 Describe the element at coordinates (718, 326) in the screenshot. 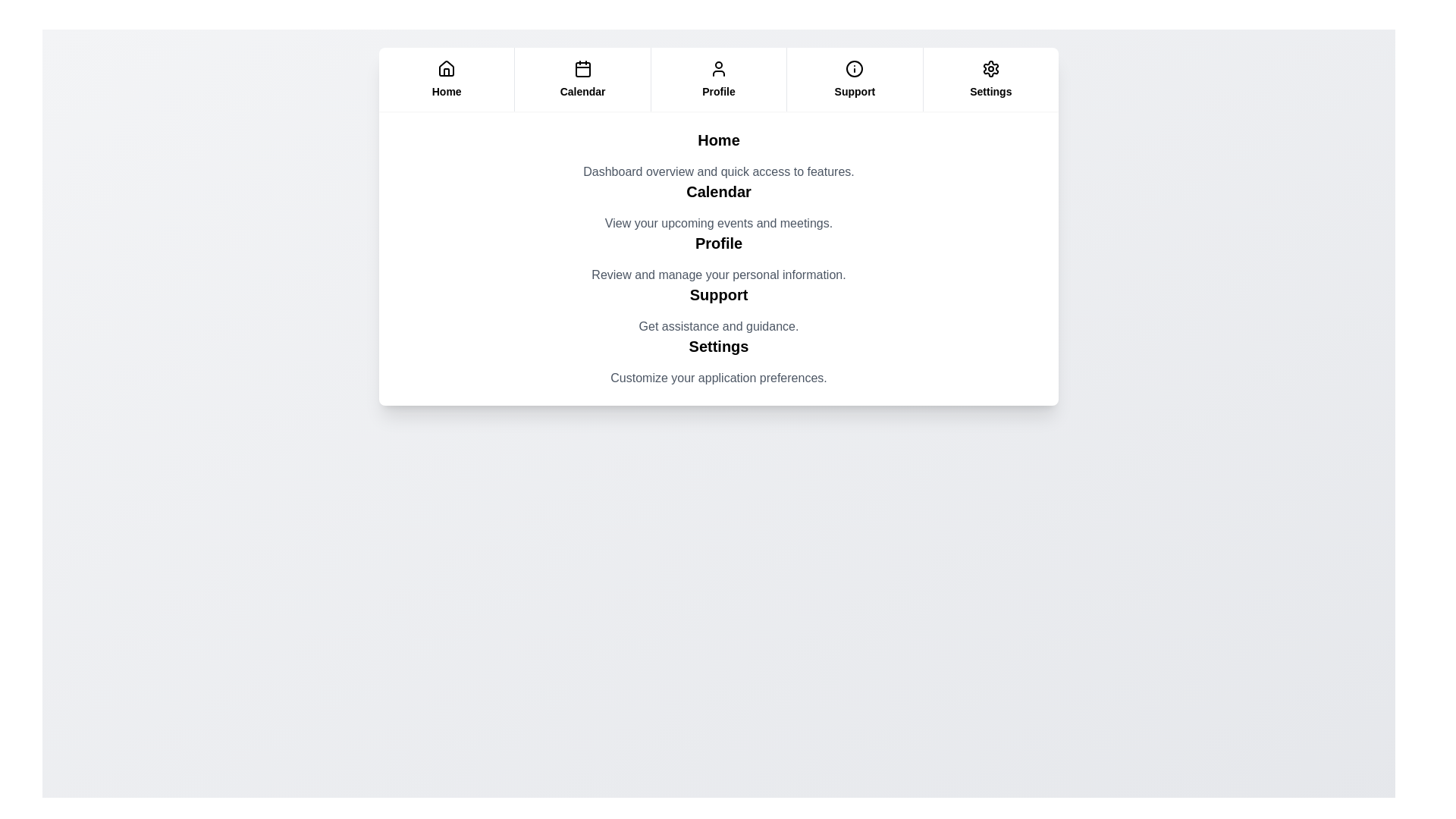

I see `the text element that says 'Get assistance and guidance.' styled in gray color, located below the heading 'Support'` at that location.